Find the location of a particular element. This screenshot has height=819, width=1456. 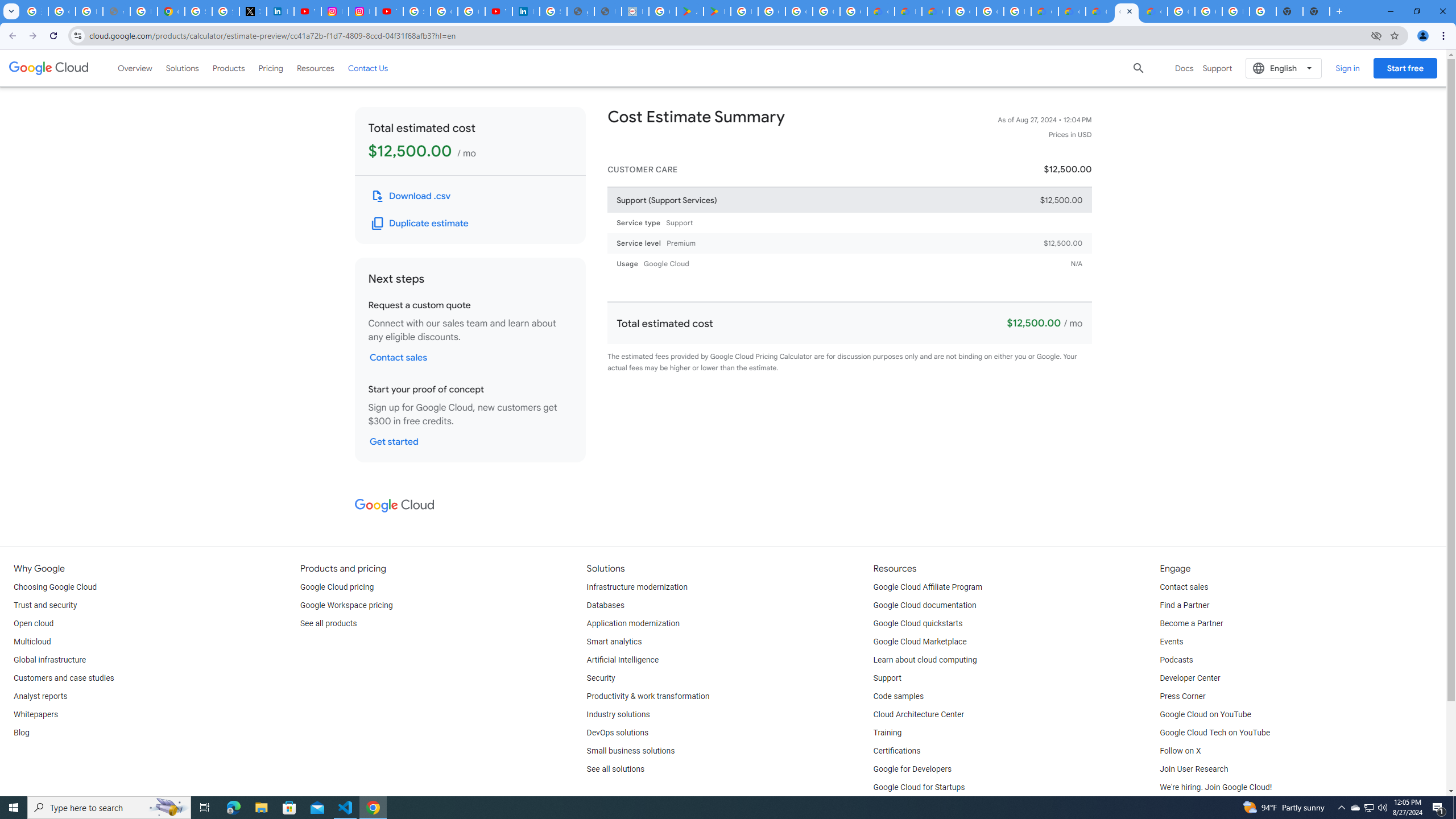

'Duplicate this estimate' is located at coordinates (420, 223).